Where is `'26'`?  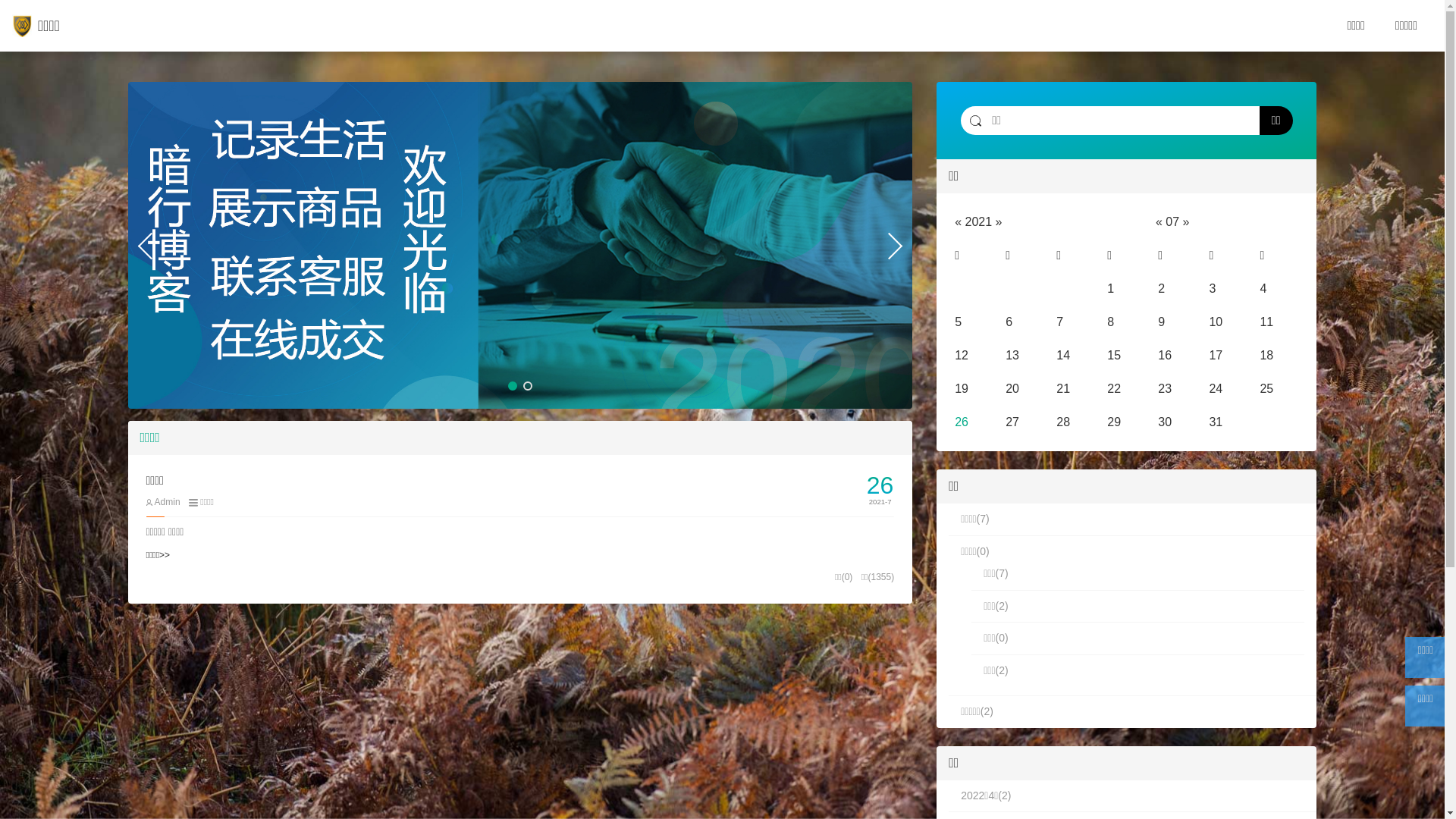 '26' is located at coordinates (960, 422).